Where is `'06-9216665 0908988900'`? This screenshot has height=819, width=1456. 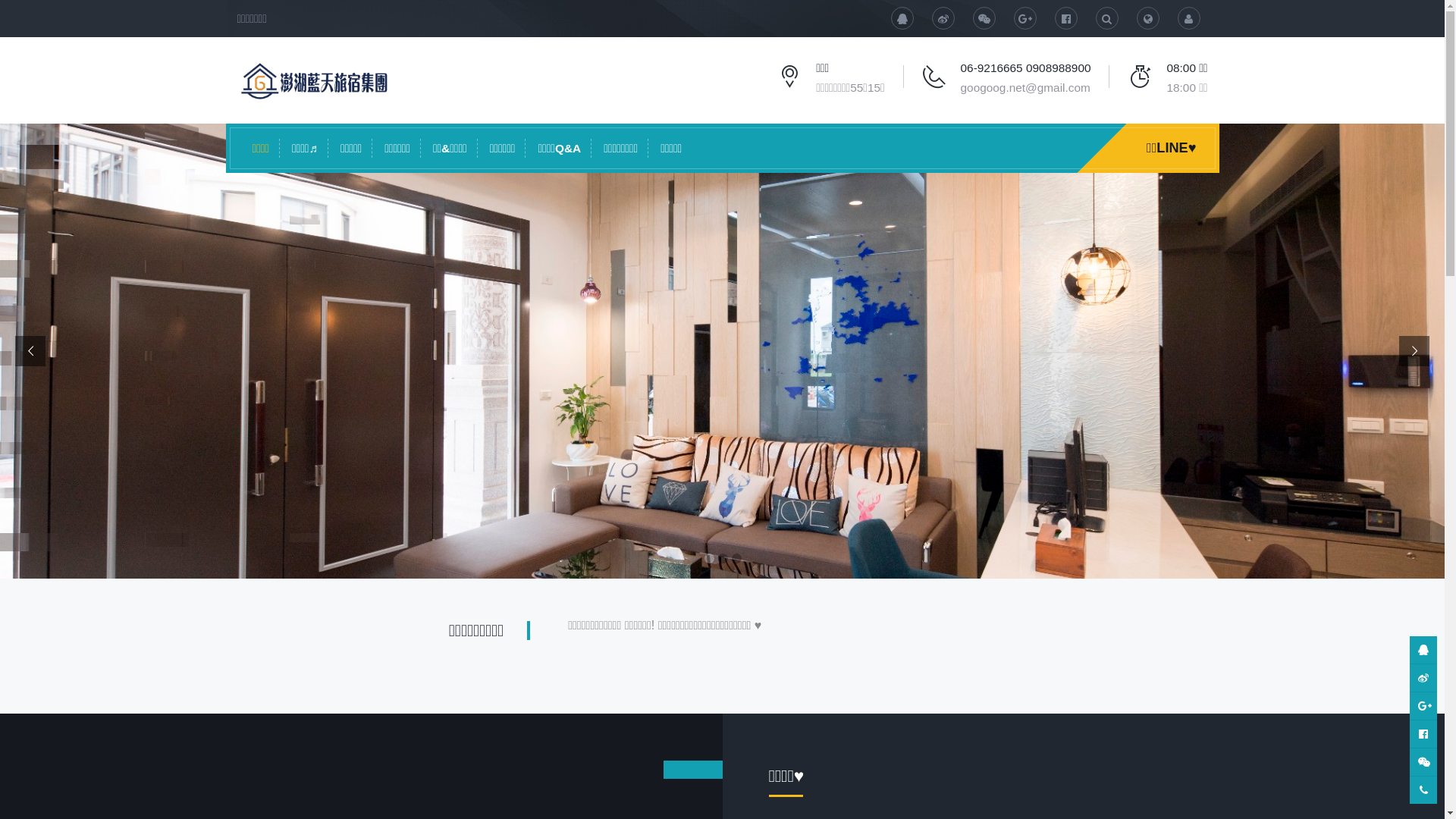
'06-9216665 0908988900' is located at coordinates (1026, 67).